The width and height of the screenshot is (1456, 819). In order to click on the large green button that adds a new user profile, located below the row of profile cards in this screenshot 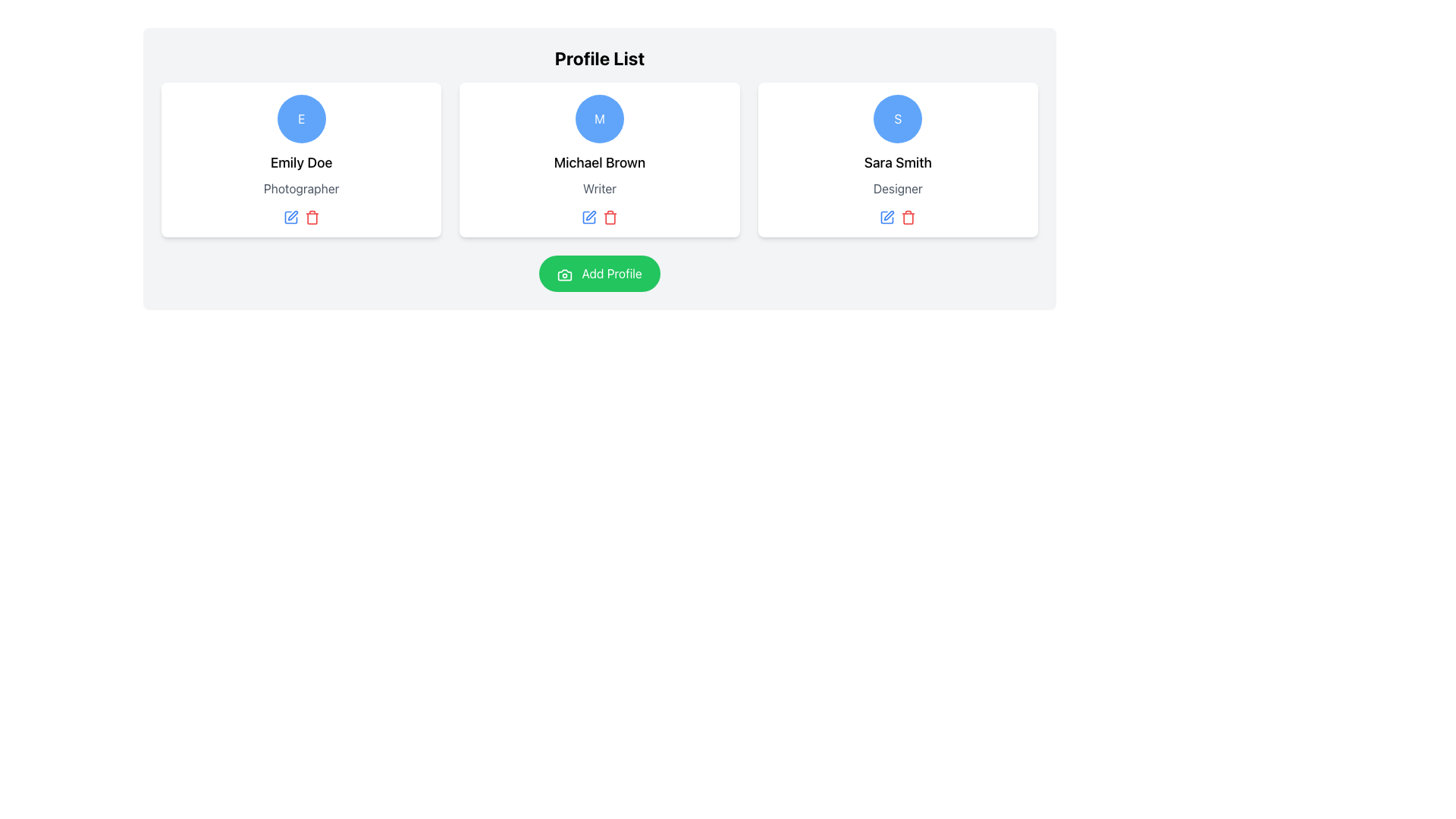, I will do `click(599, 274)`.